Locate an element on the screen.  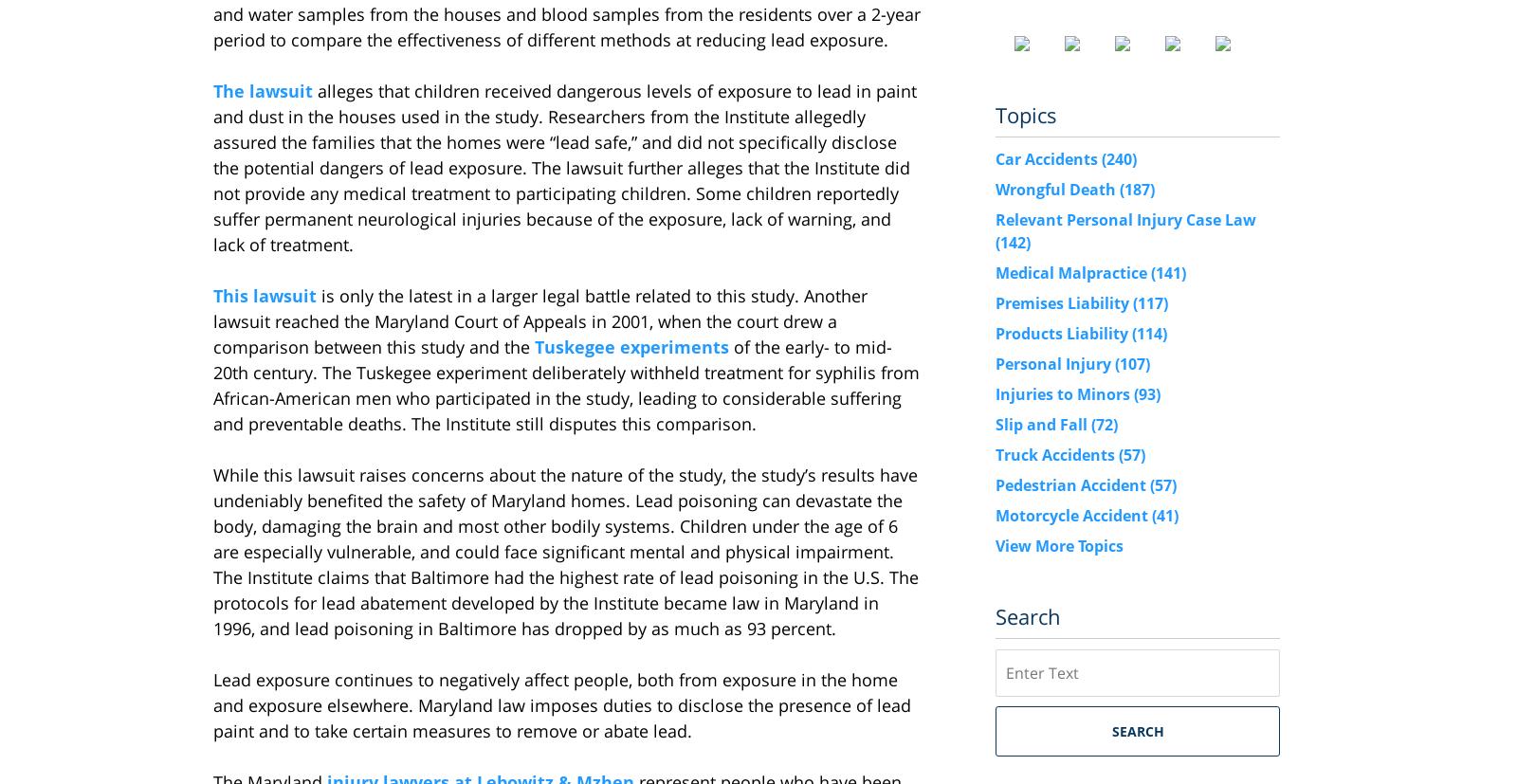
'(107)' is located at coordinates (1132, 362).